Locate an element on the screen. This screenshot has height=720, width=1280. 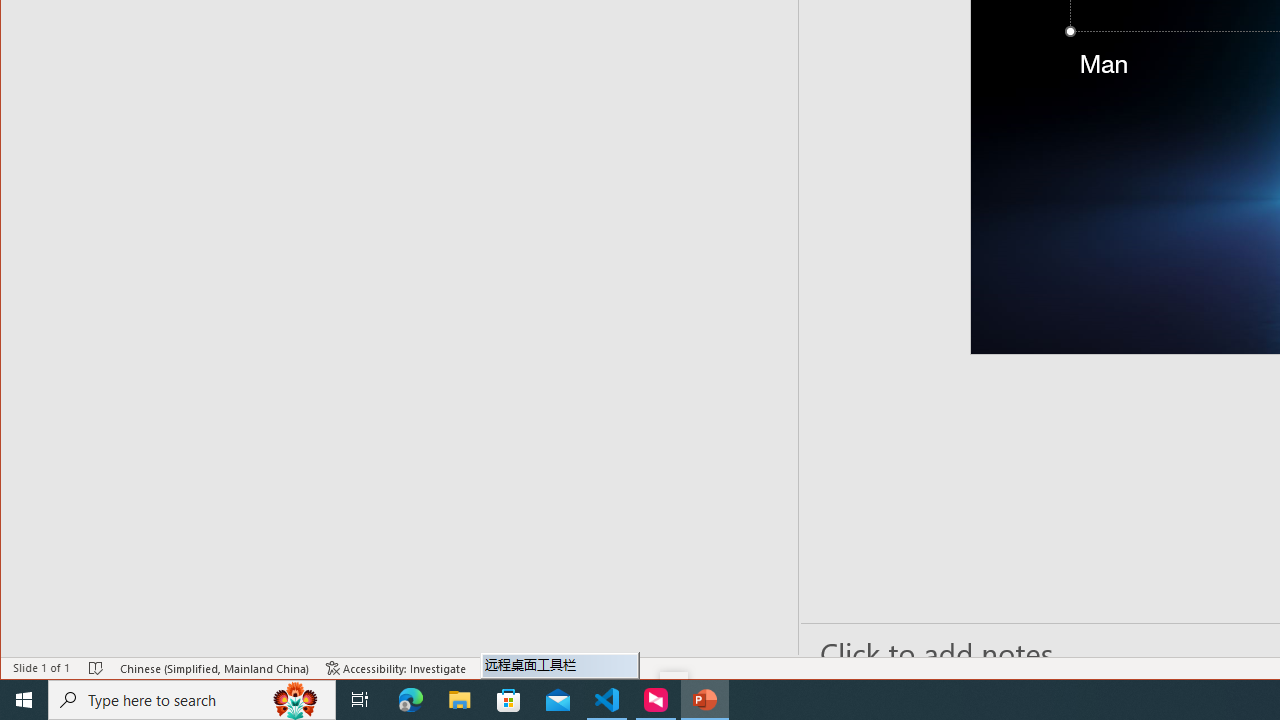
'PowerPoint - 1 running window' is located at coordinates (705, 698).